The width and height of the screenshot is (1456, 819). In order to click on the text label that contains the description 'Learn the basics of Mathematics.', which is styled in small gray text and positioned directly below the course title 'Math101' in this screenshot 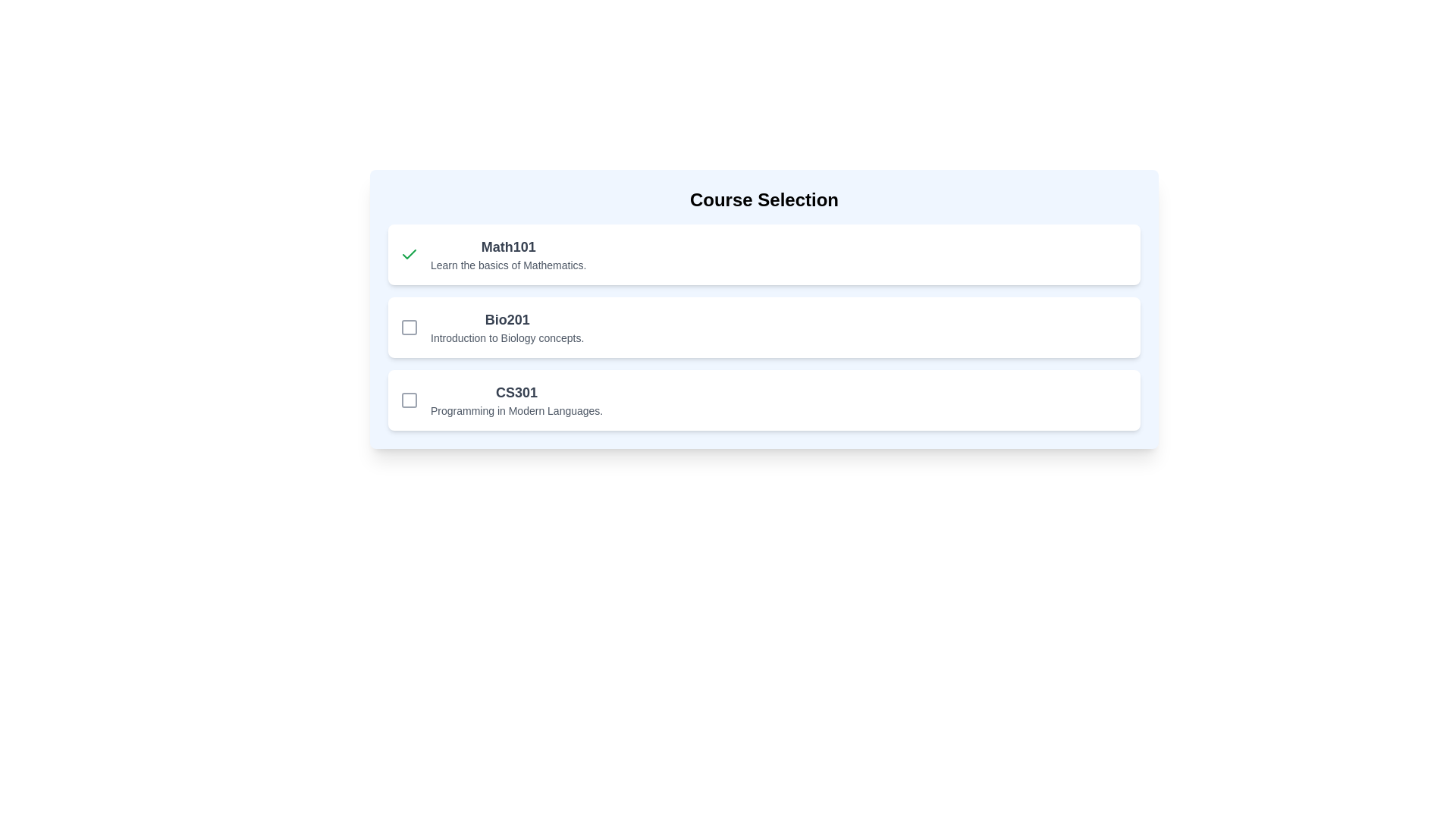, I will do `click(508, 265)`.